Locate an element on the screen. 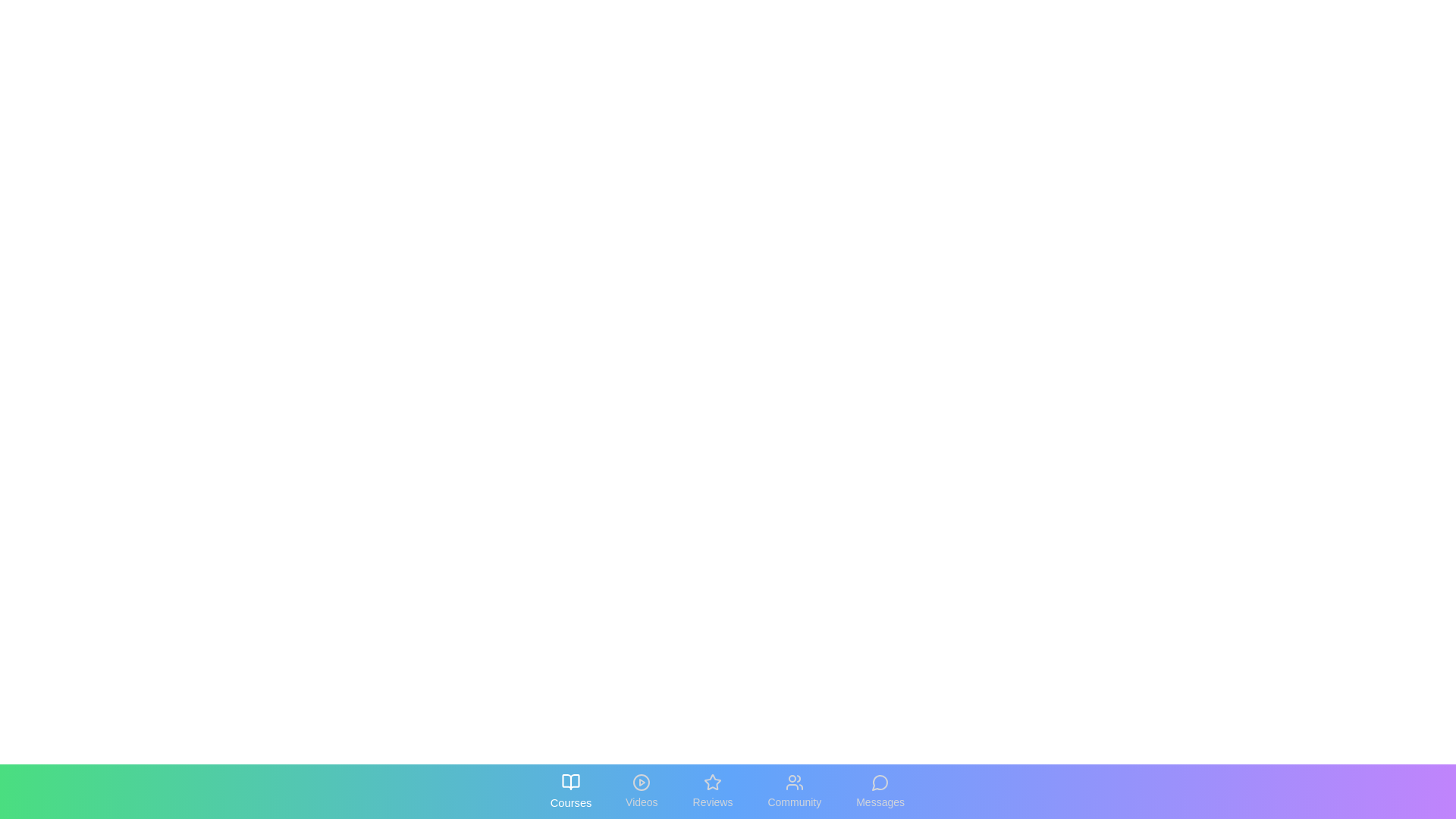 The width and height of the screenshot is (1456, 819). the tab labeled Messages to reveal its interactive state is located at coordinates (880, 791).